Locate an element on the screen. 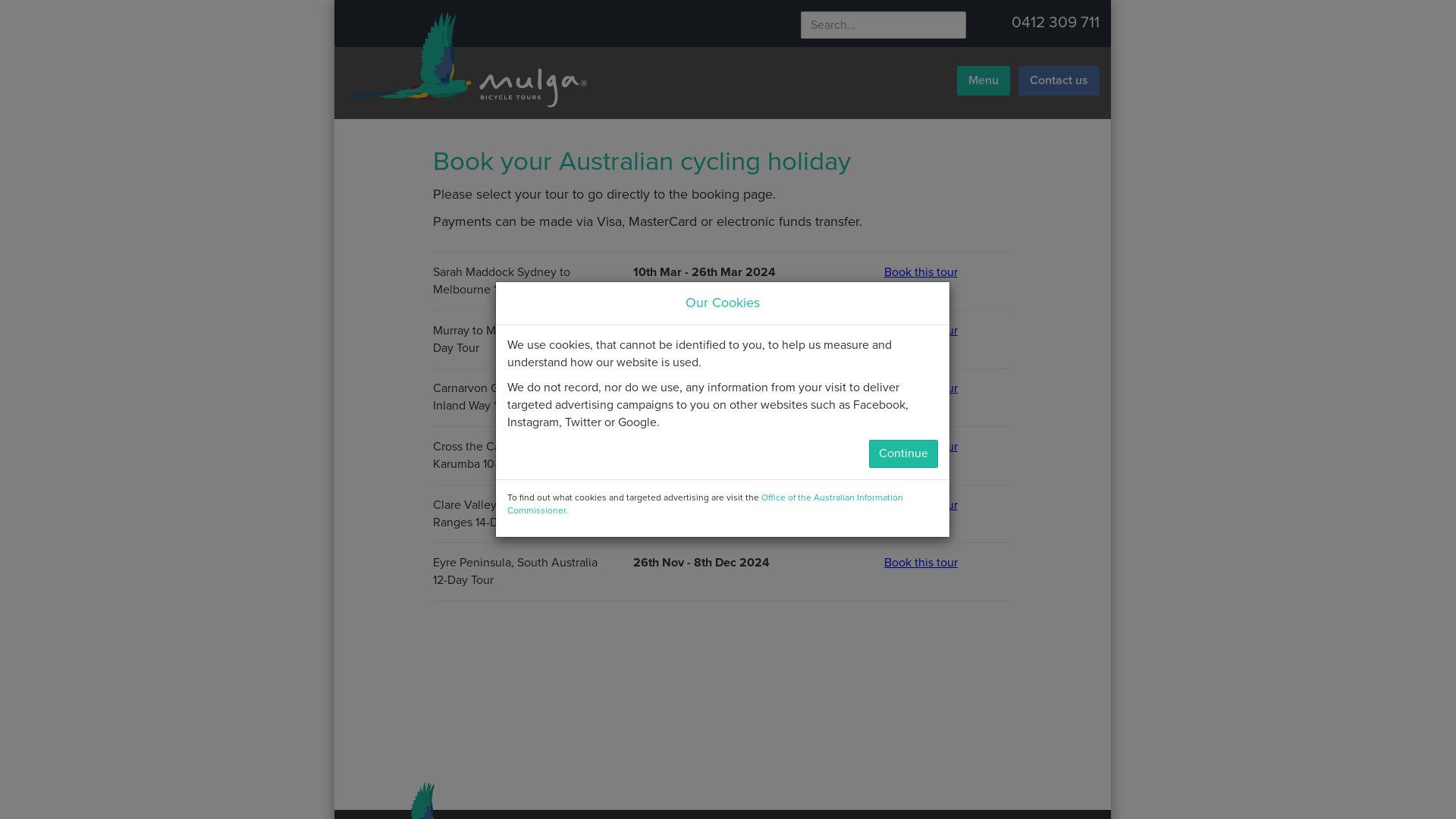 This screenshot has width=1456, height=819. 'Contact us' is located at coordinates (1057, 80).